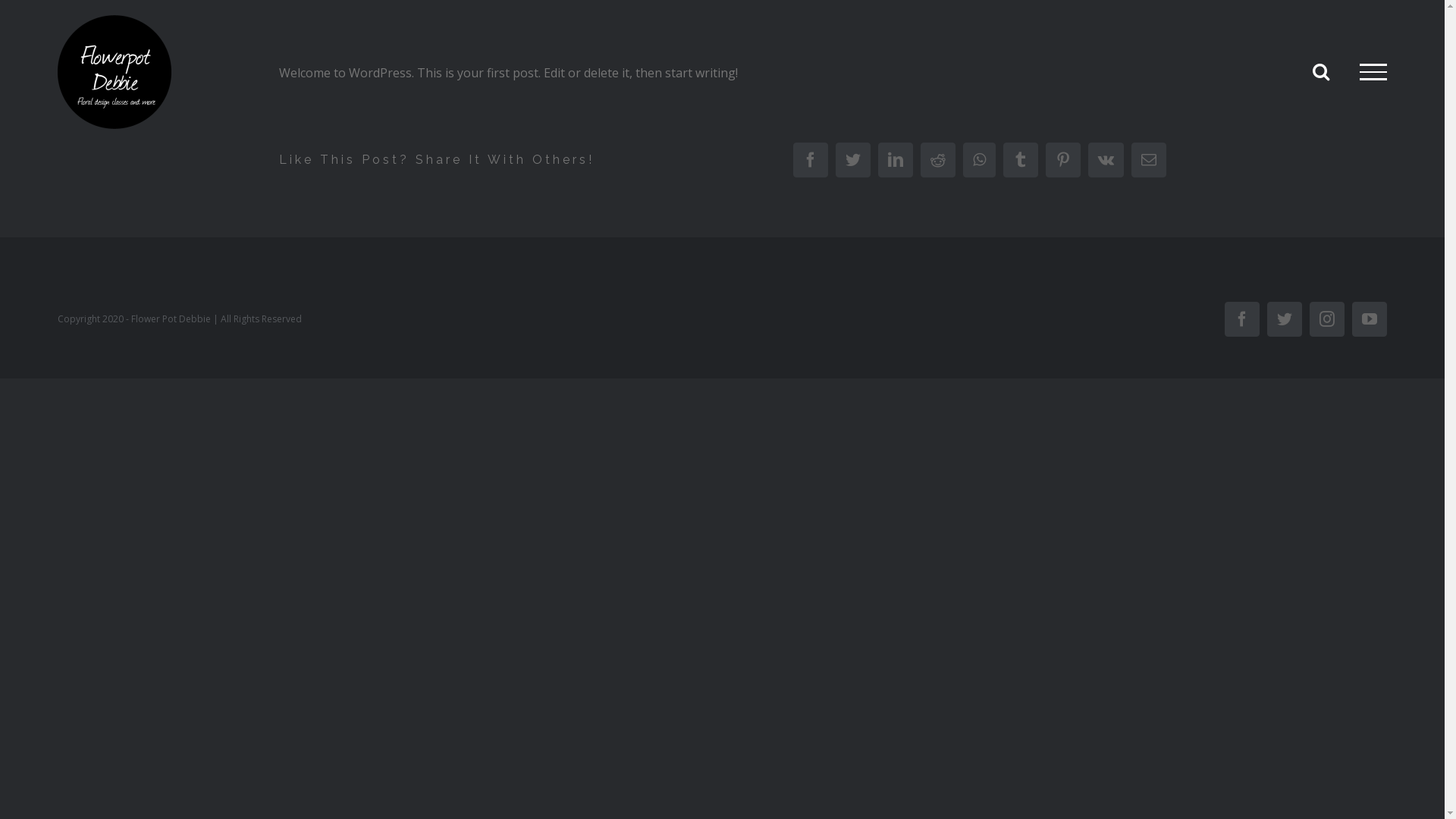 Image resolution: width=1456 pixels, height=819 pixels. Describe the element at coordinates (810, 160) in the screenshot. I see `'facebook'` at that location.